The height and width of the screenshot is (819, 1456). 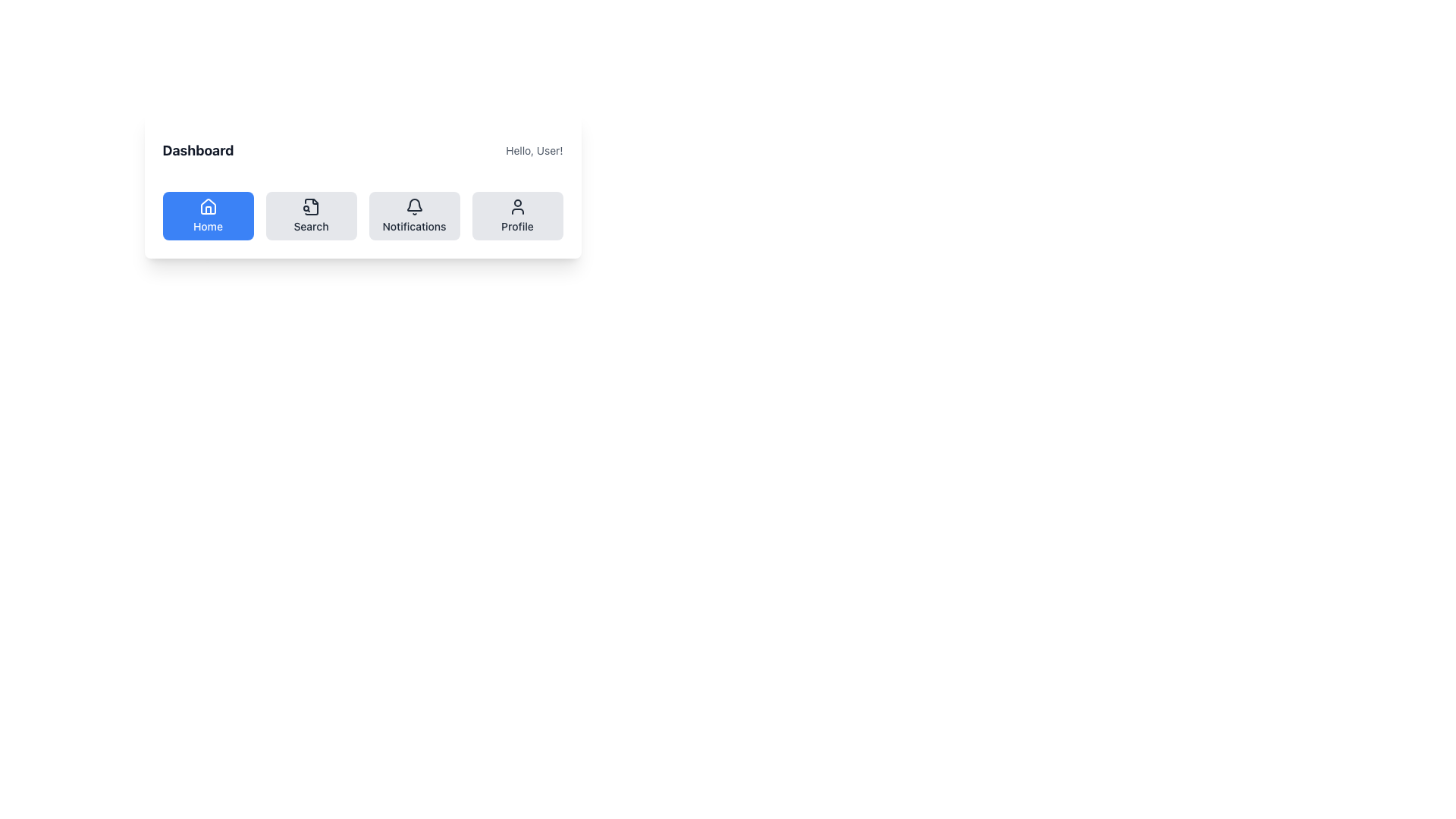 What do you see at coordinates (197, 151) in the screenshot?
I see `the 'Dashboard' title located on the left side of the header, adjacent to 'Hello, User!'` at bounding box center [197, 151].